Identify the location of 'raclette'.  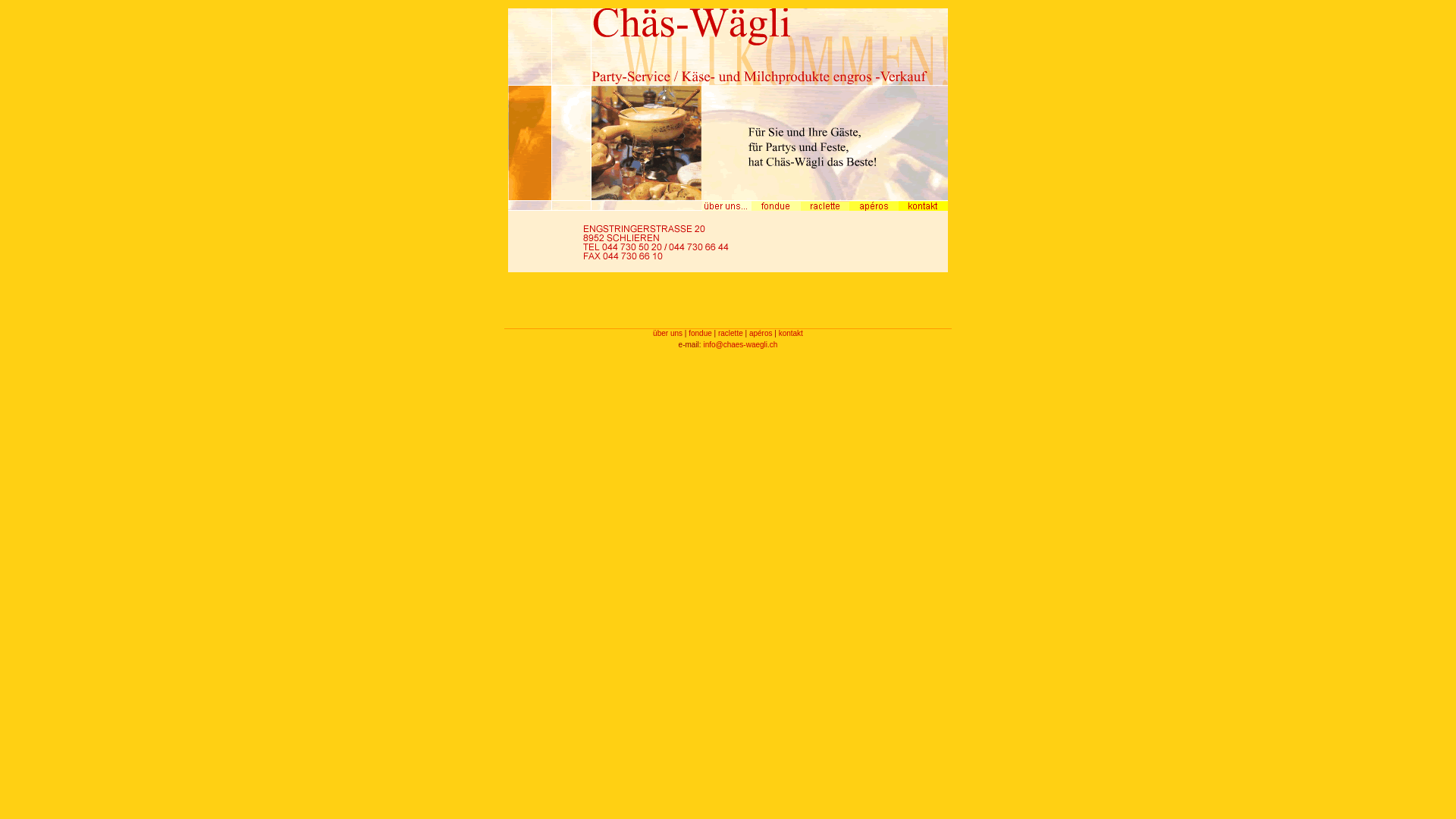
(730, 332).